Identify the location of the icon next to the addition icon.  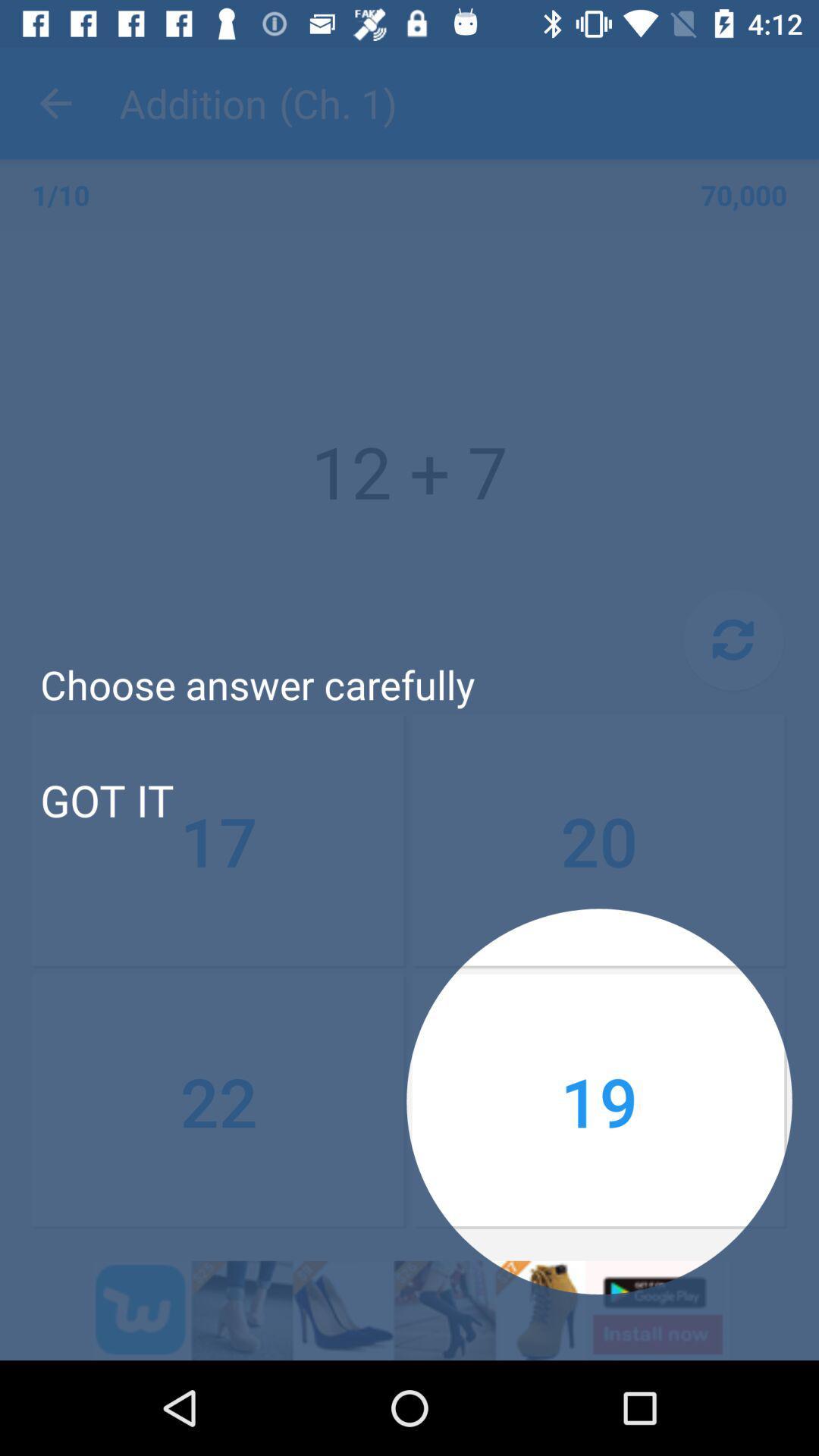
(55, 102).